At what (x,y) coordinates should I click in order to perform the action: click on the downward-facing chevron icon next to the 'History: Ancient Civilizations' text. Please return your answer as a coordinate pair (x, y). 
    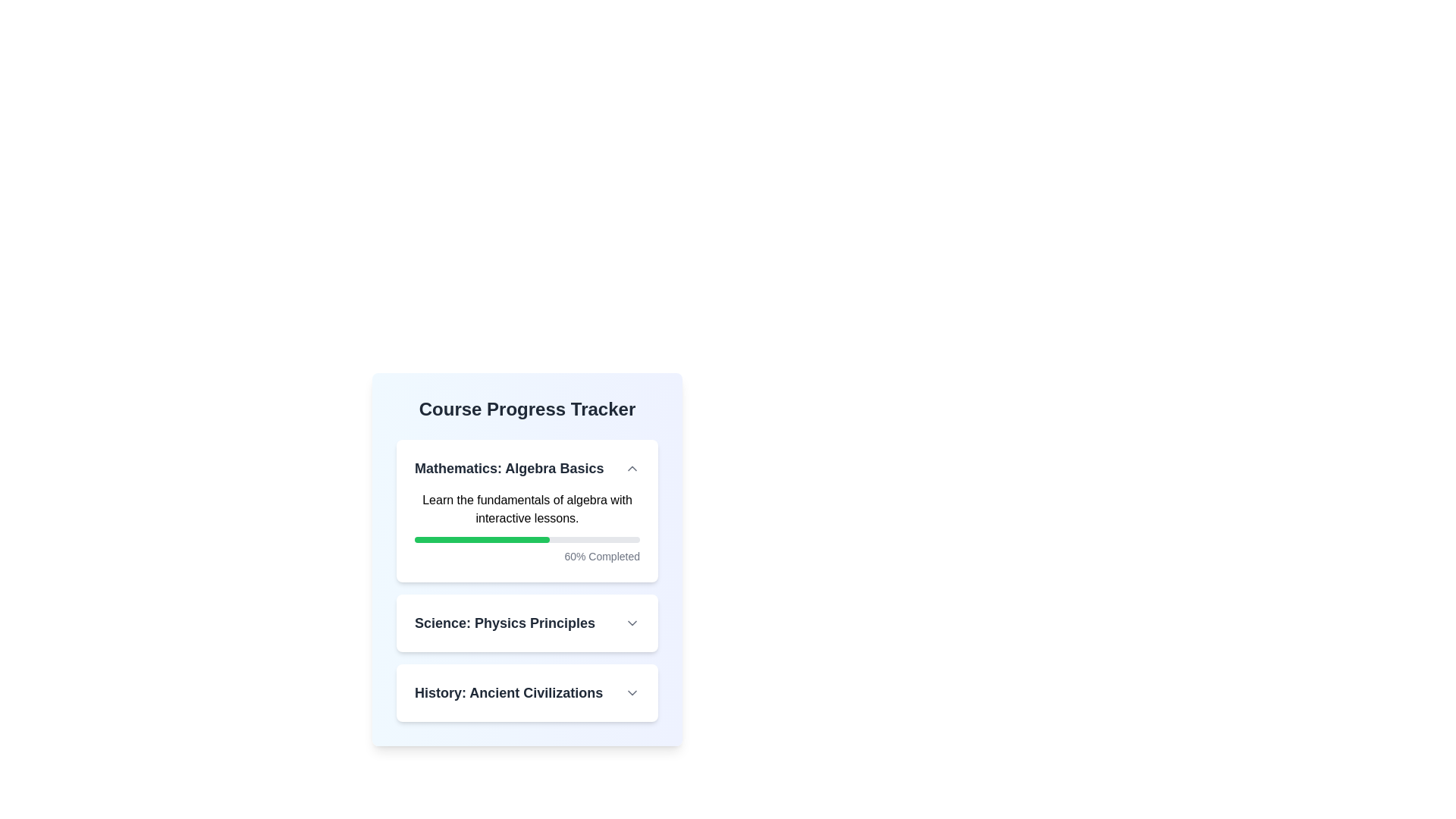
    Looking at the image, I should click on (632, 693).